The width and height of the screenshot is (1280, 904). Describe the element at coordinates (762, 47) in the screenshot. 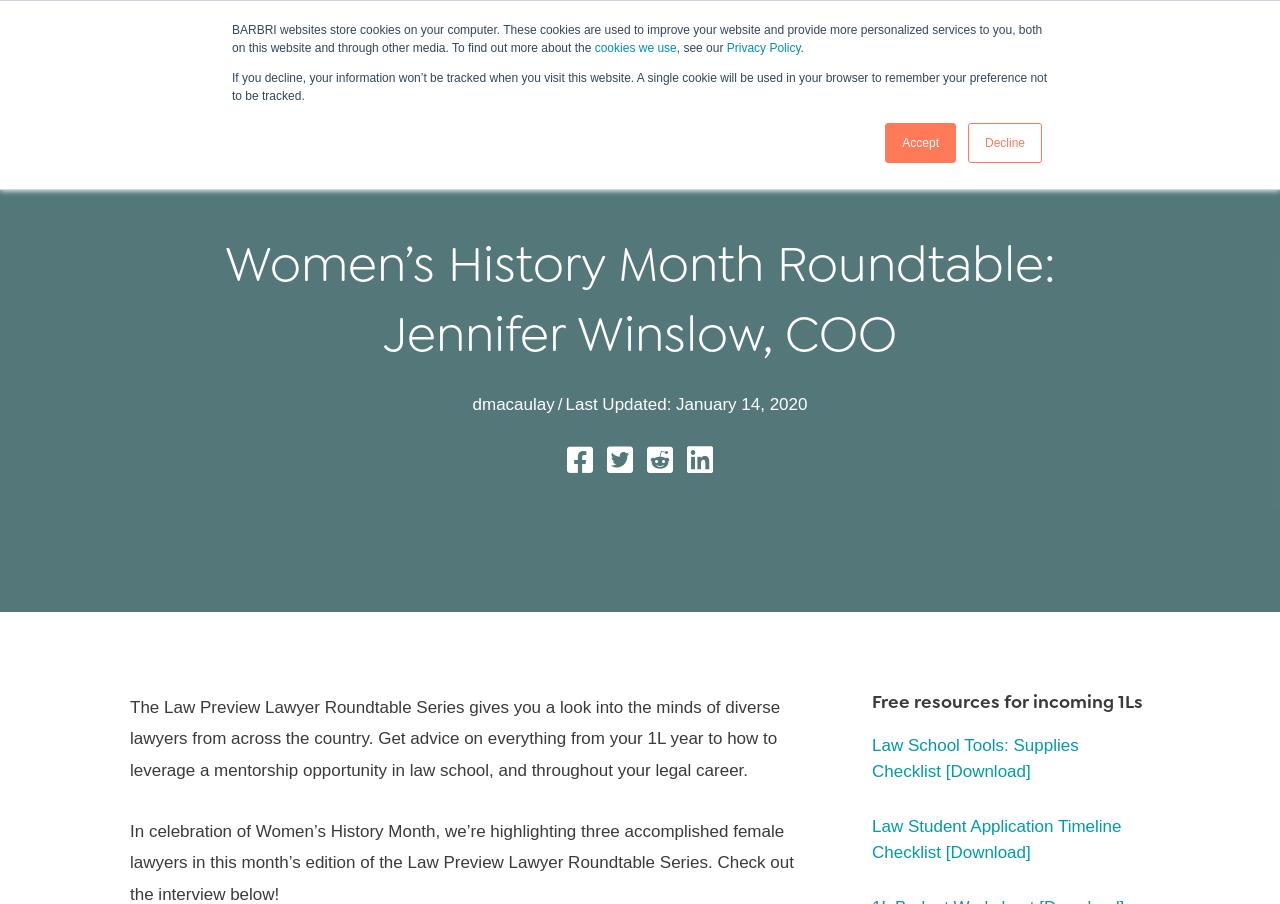

I see `'Privacy Policy'` at that location.